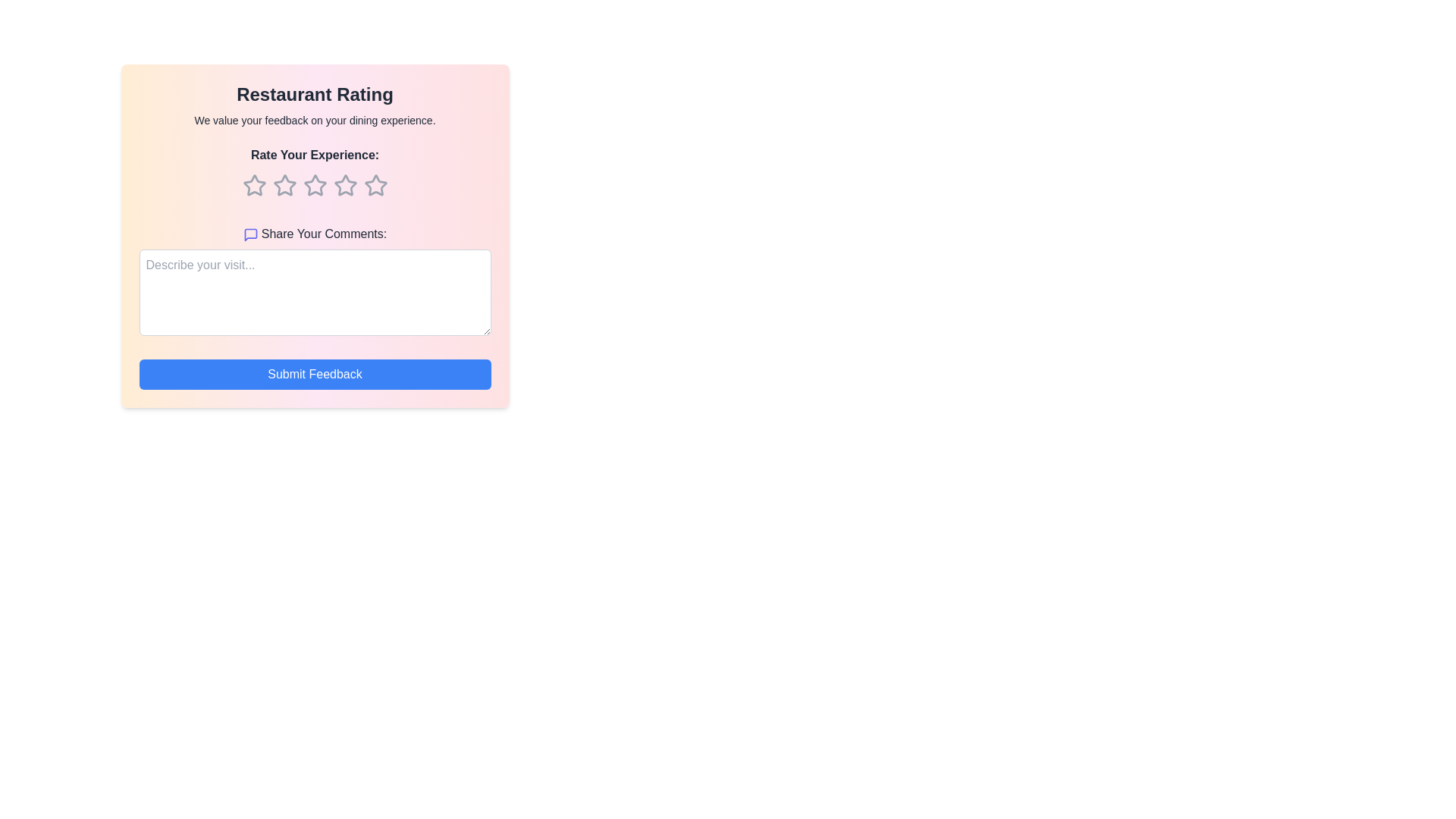 The height and width of the screenshot is (819, 1456). Describe the element at coordinates (314, 185) in the screenshot. I see `the third star in the rating sequence` at that location.